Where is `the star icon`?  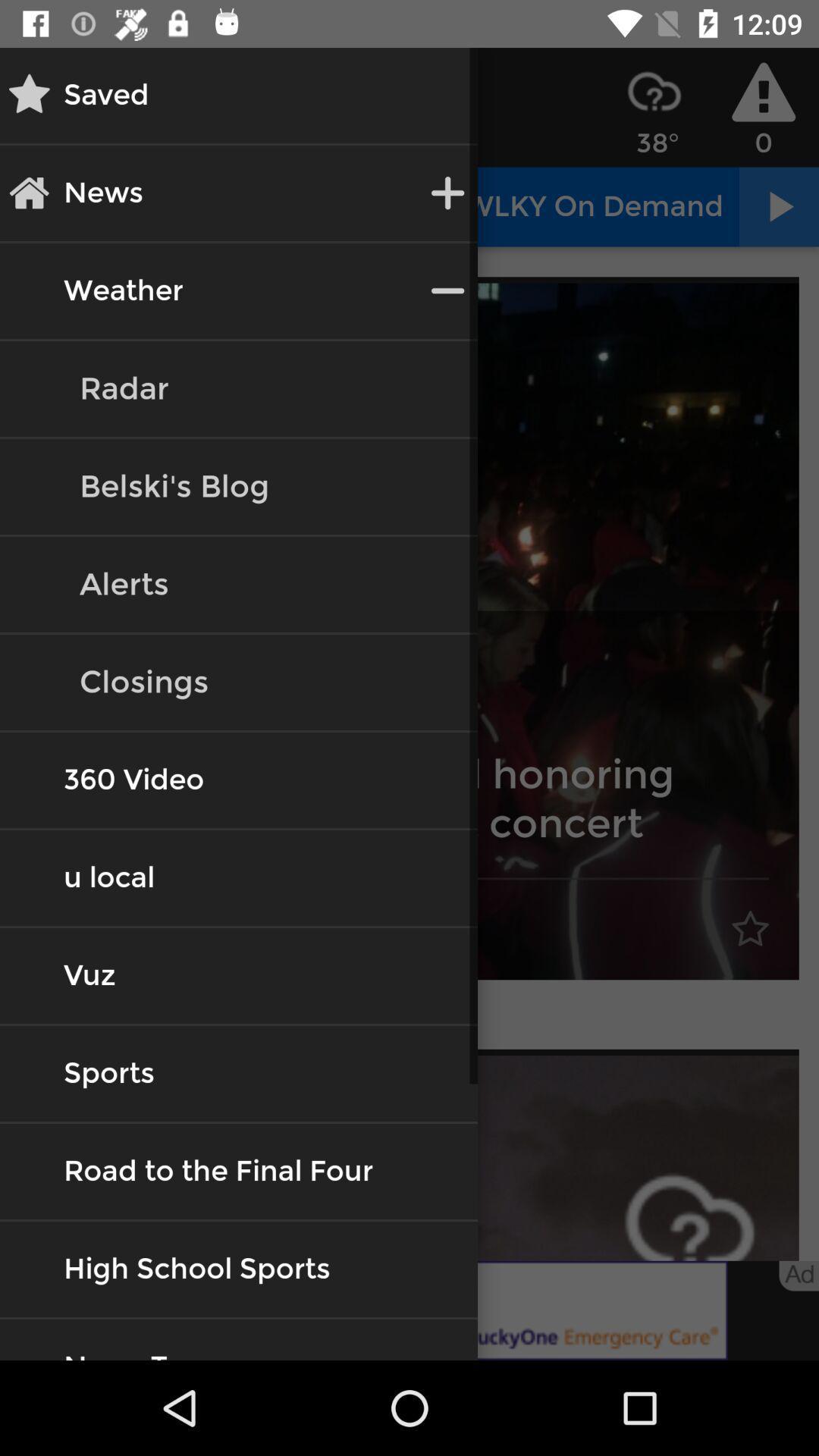
the star icon is located at coordinates (55, 102).